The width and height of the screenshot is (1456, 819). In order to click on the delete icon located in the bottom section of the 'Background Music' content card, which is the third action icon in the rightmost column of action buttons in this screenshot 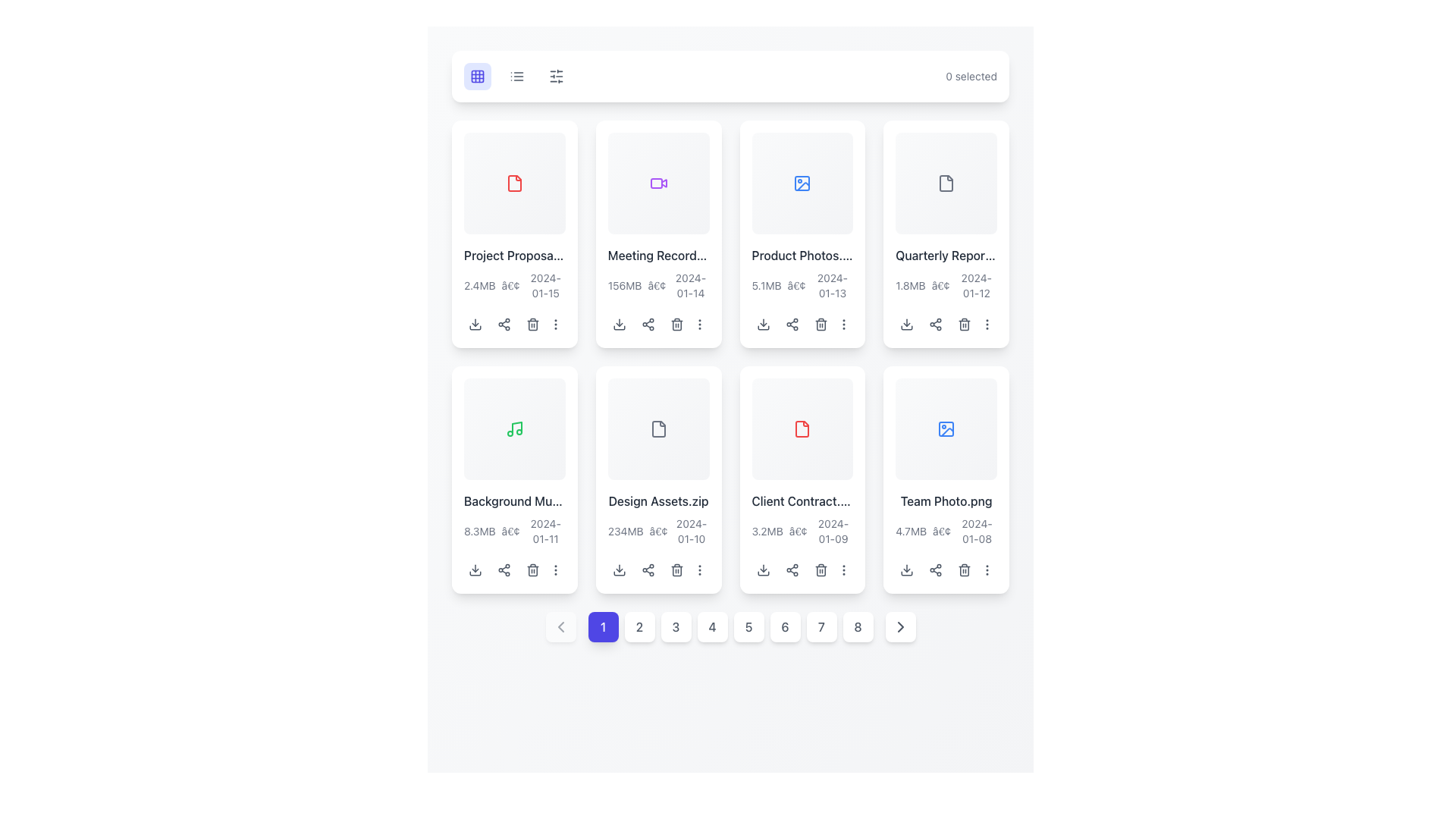, I will do `click(532, 570)`.